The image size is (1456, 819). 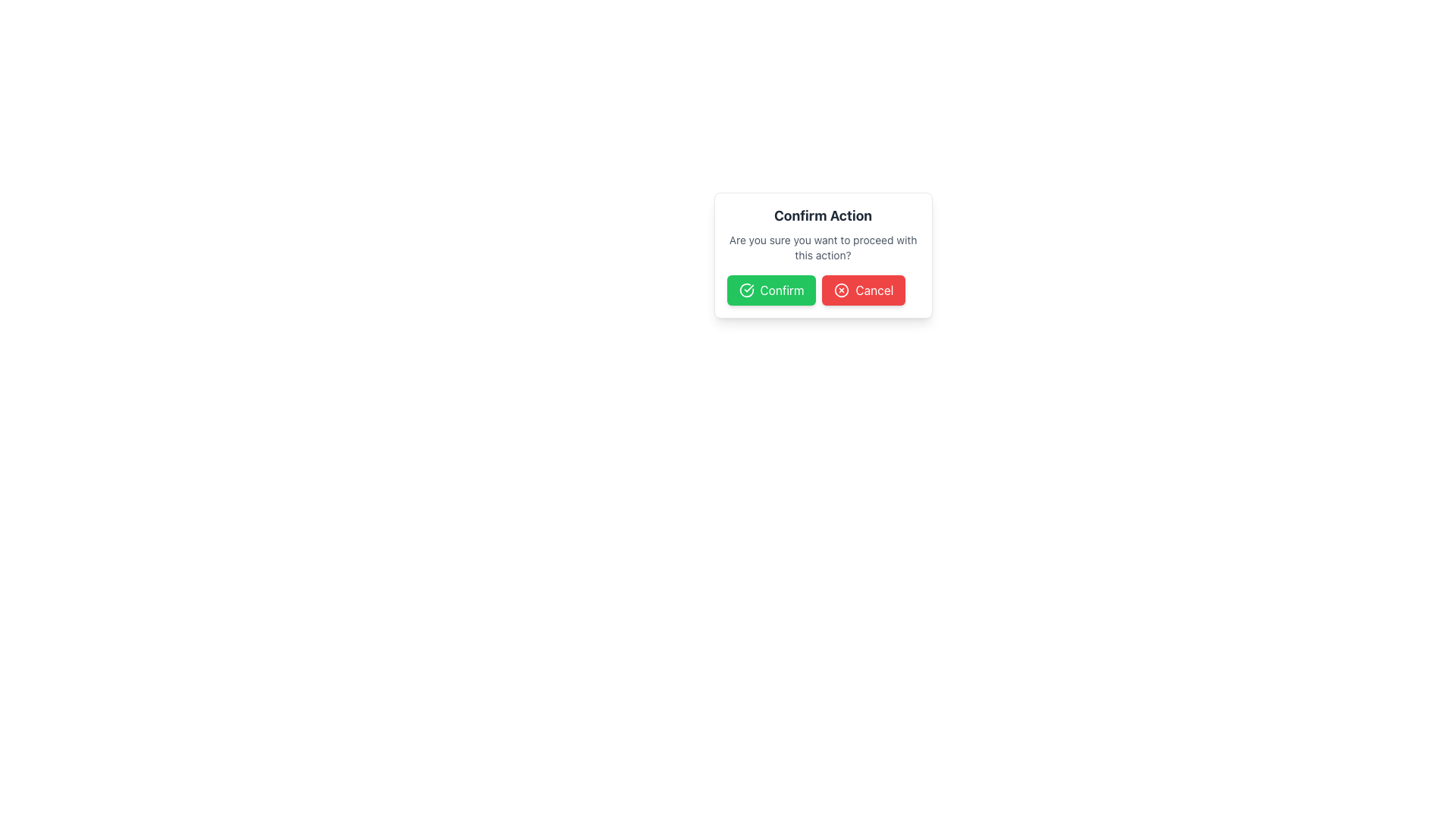 I want to click on the confirmation button located centrally in the modal, positioned to the left of the 'Cancel' button, so click(x=771, y=290).